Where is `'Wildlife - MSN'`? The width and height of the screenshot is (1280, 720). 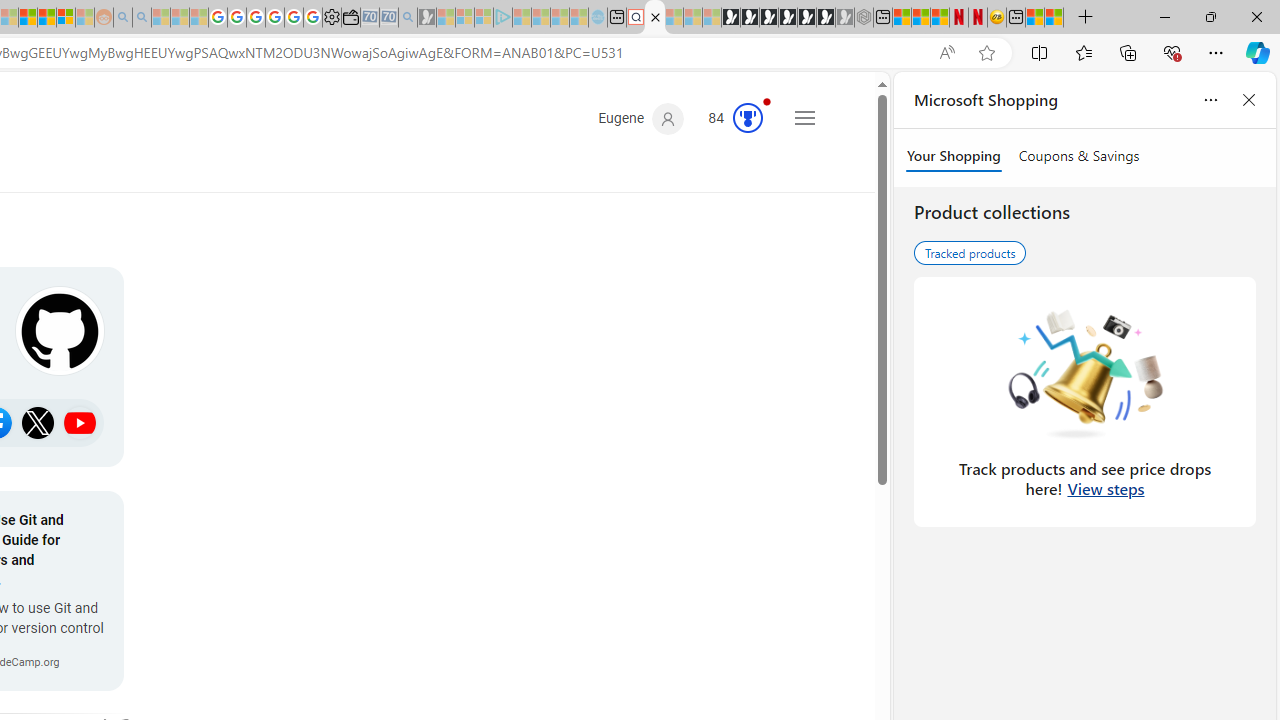 'Wildlife - MSN' is located at coordinates (1035, 17).